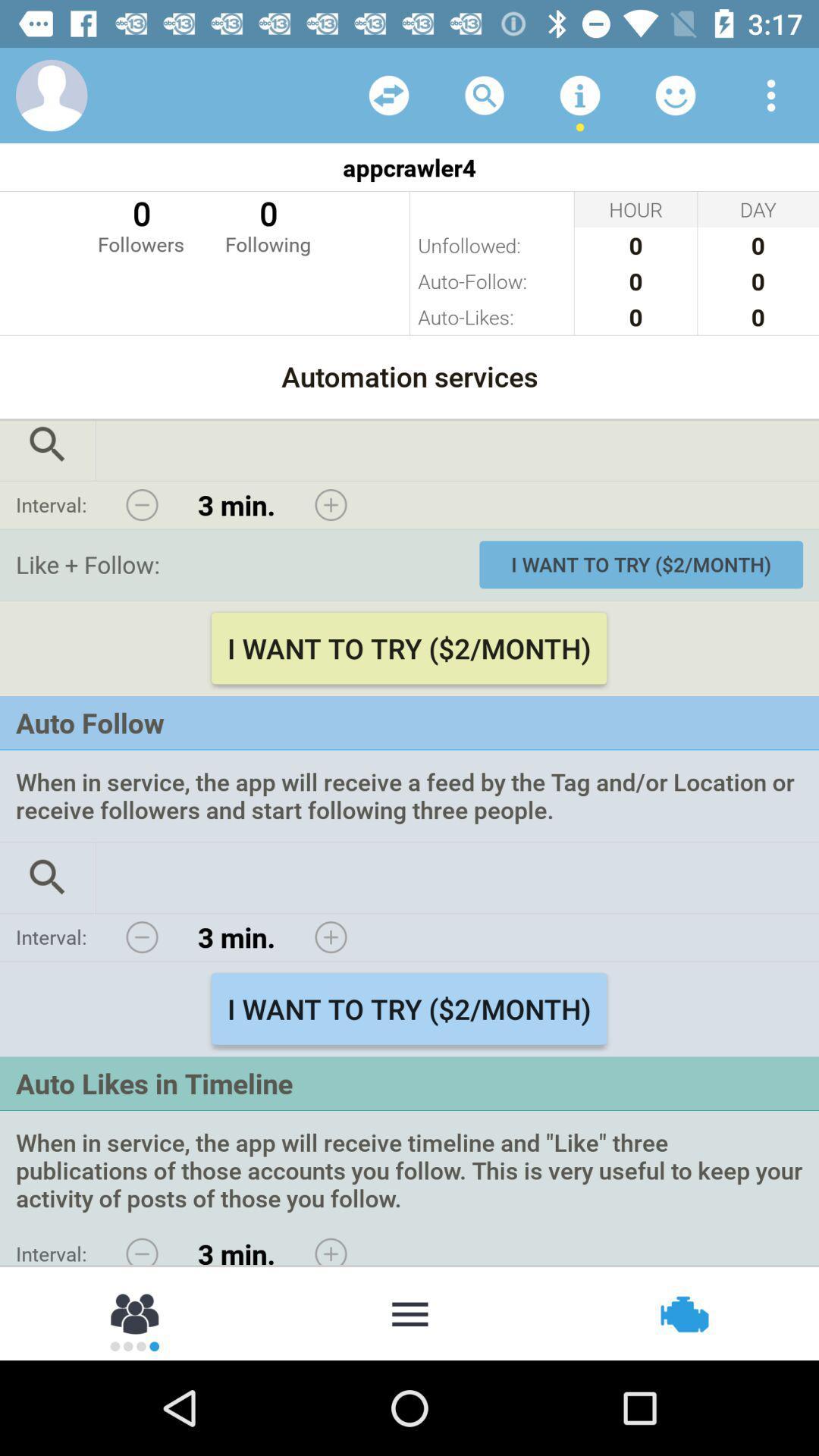  Describe the element at coordinates (330, 1247) in the screenshot. I see `time` at that location.